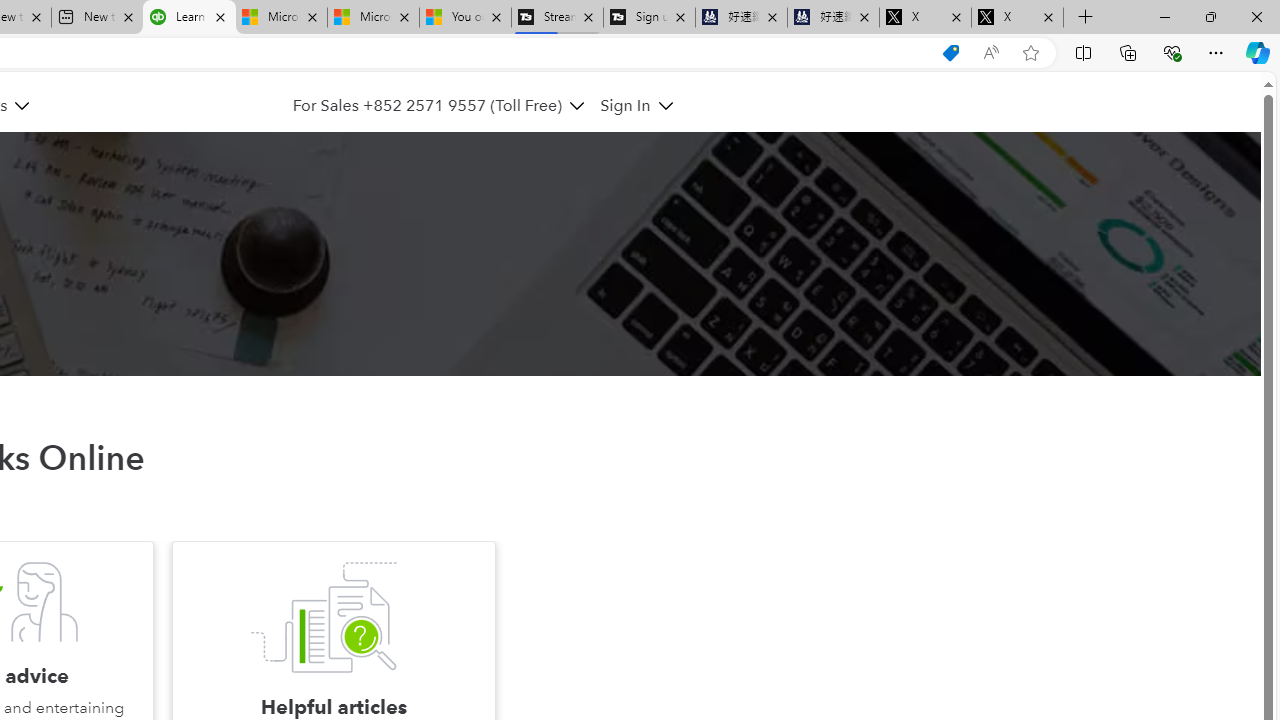 Image resolution: width=1280 pixels, height=720 pixels. I want to click on 'Class: MenuItem_dDown__f585abf6 MenuItem_white__f585abf6', so click(665, 106).